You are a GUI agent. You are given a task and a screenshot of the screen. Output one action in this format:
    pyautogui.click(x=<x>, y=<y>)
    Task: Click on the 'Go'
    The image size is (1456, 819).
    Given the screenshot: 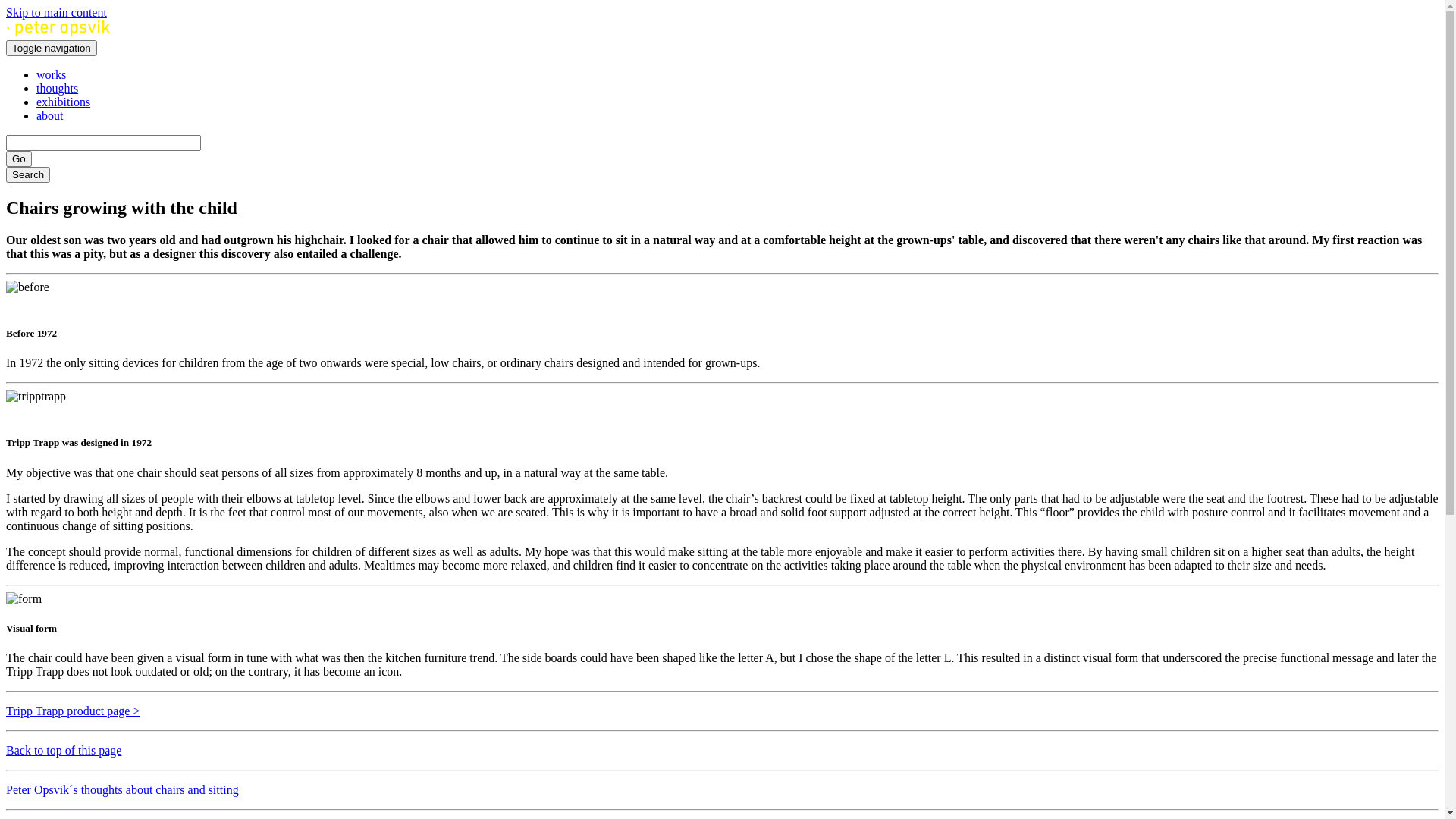 What is the action you would take?
    pyautogui.click(x=6, y=158)
    